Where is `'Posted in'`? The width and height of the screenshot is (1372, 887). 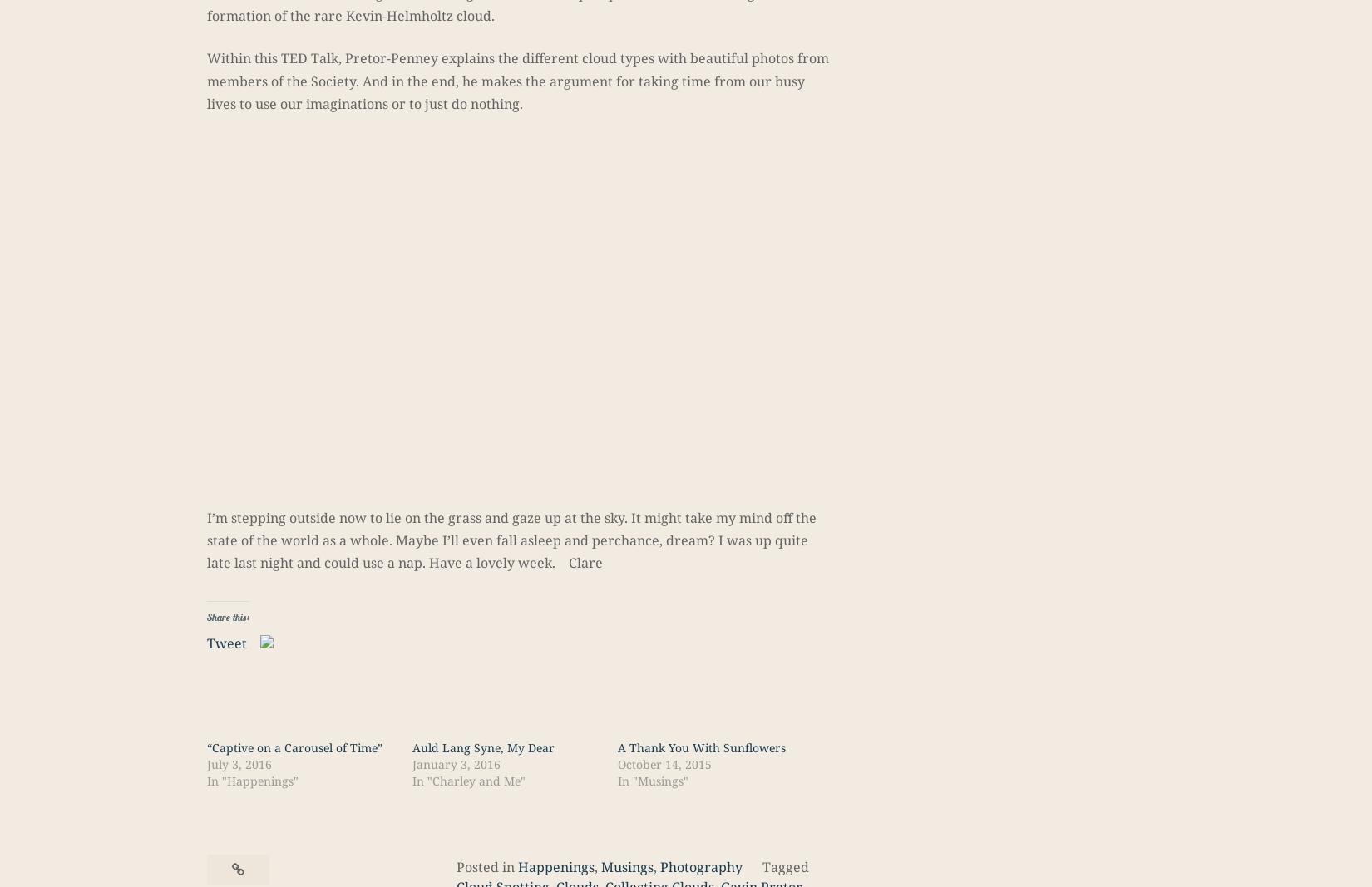
'Posted in' is located at coordinates (485, 866).